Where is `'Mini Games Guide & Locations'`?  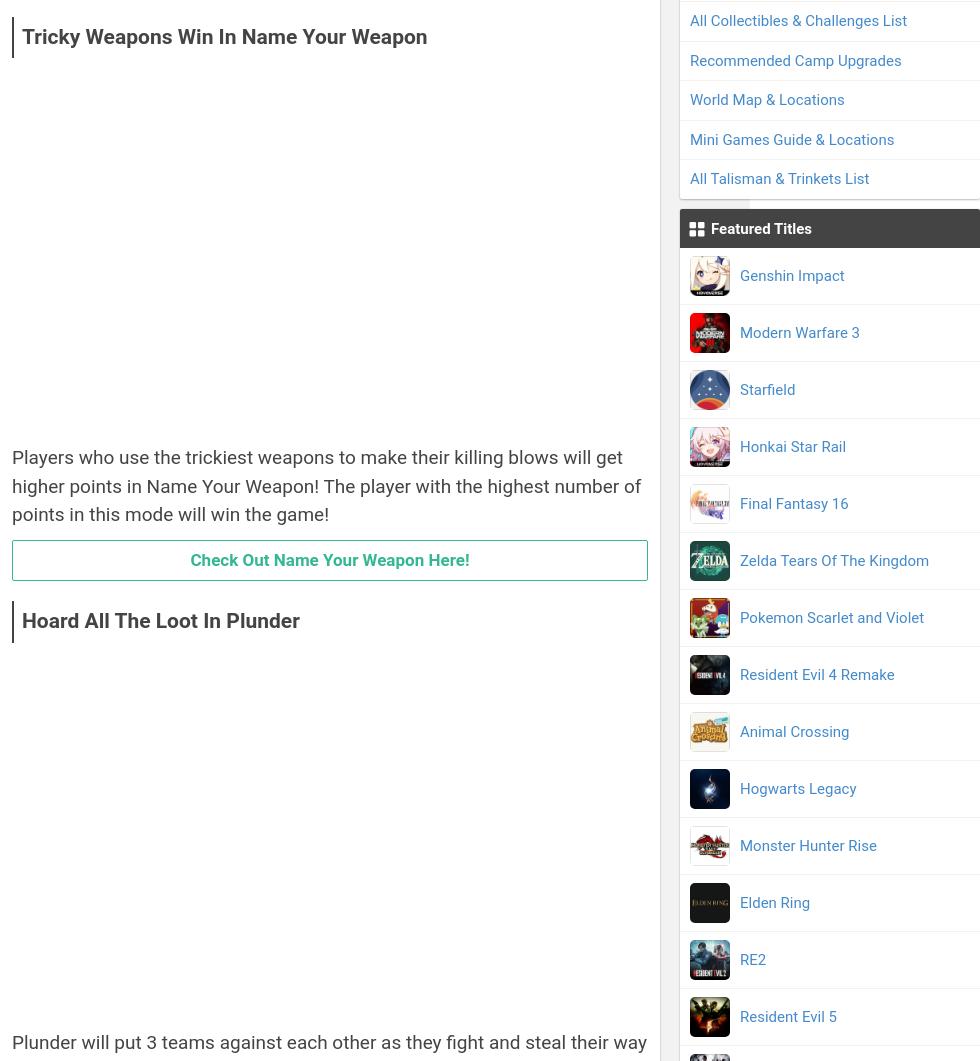 'Mini Games Guide & Locations' is located at coordinates (792, 138).